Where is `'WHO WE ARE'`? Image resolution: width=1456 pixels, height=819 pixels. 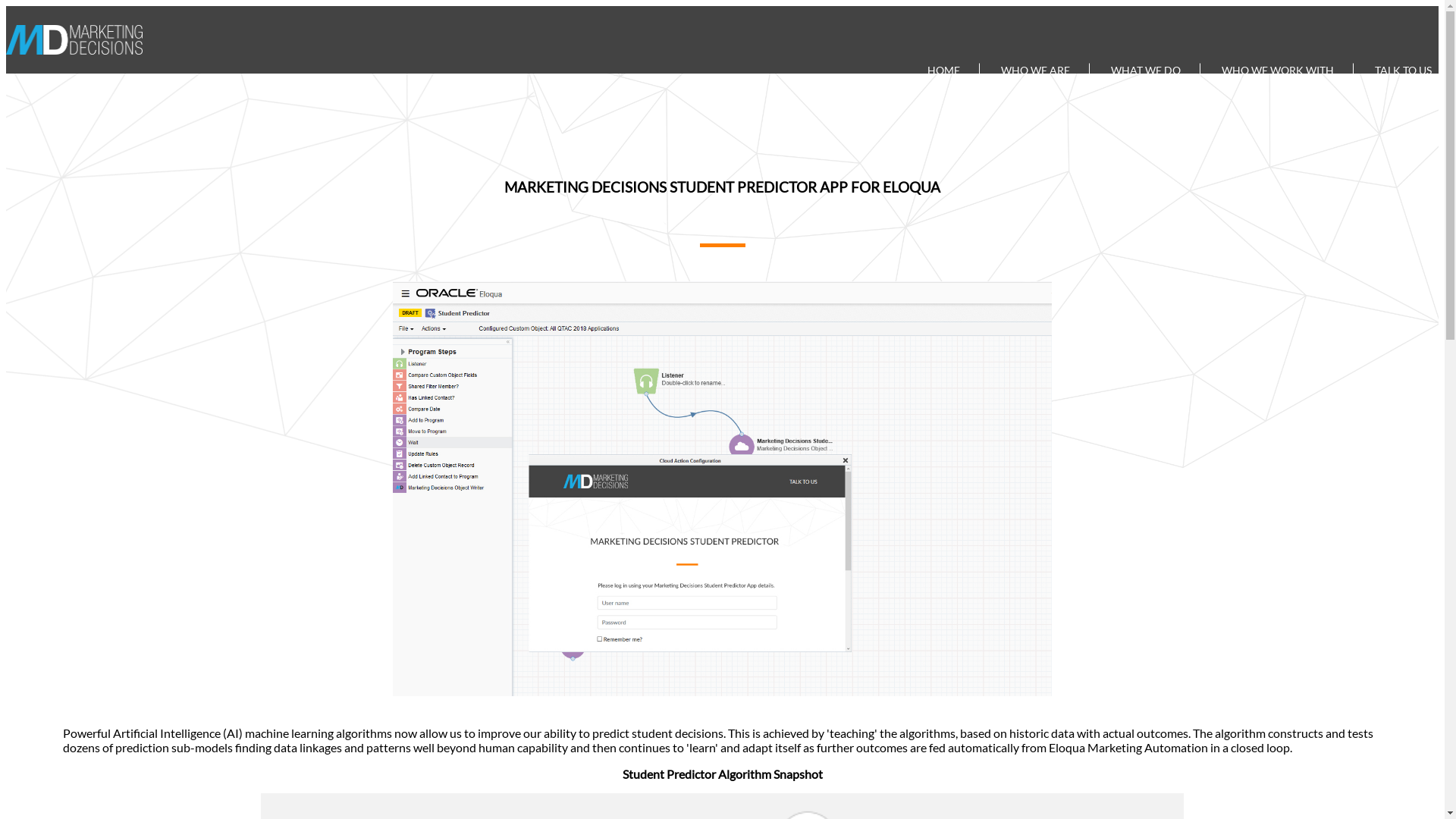
'WHO WE ARE' is located at coordinates (1035, 69).